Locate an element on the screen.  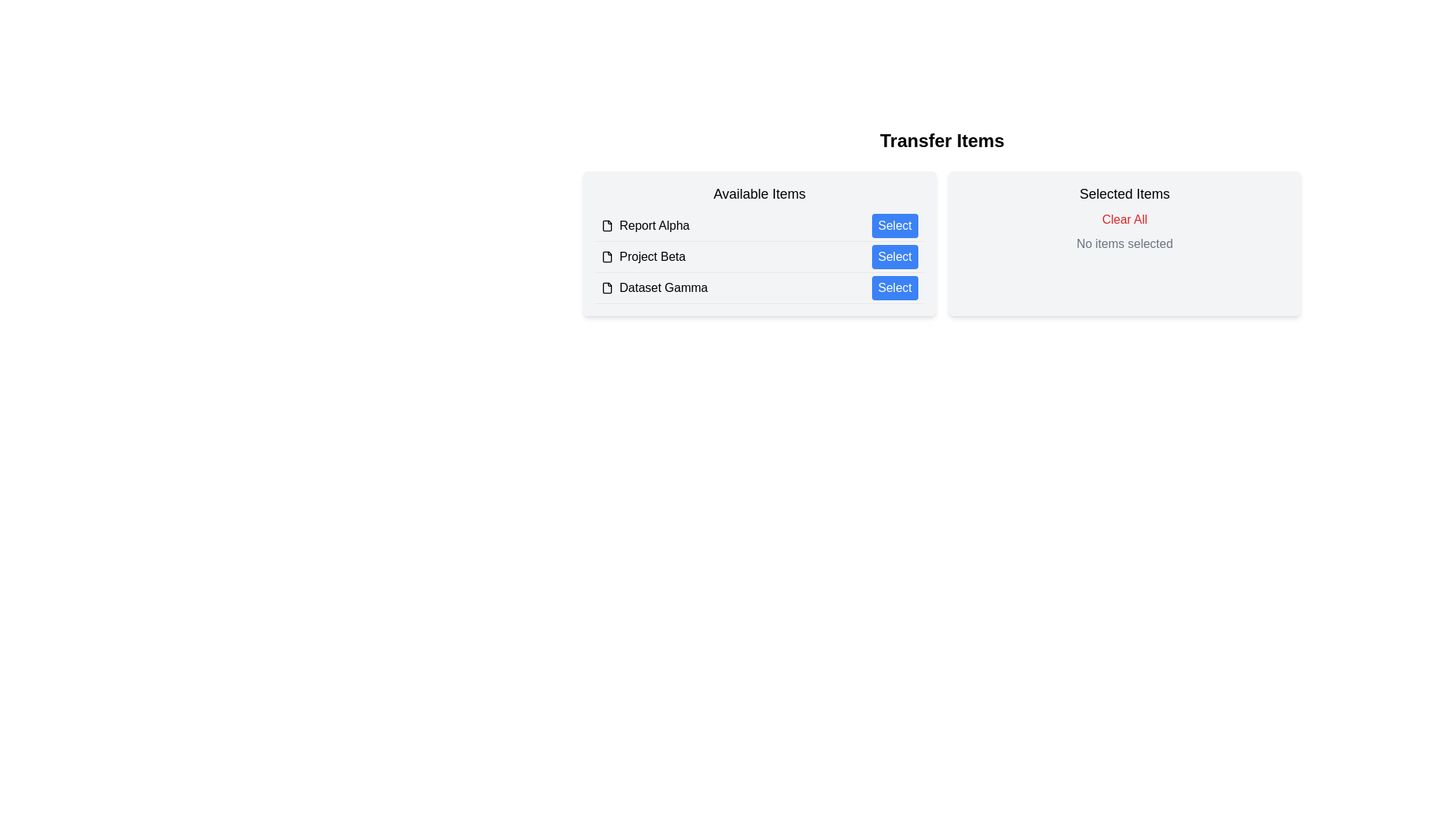
the button labeled 'Select' with a blue background and white text, located in the 'Available Items' section of 'Project Beta' is located at coordinates (895, 256).